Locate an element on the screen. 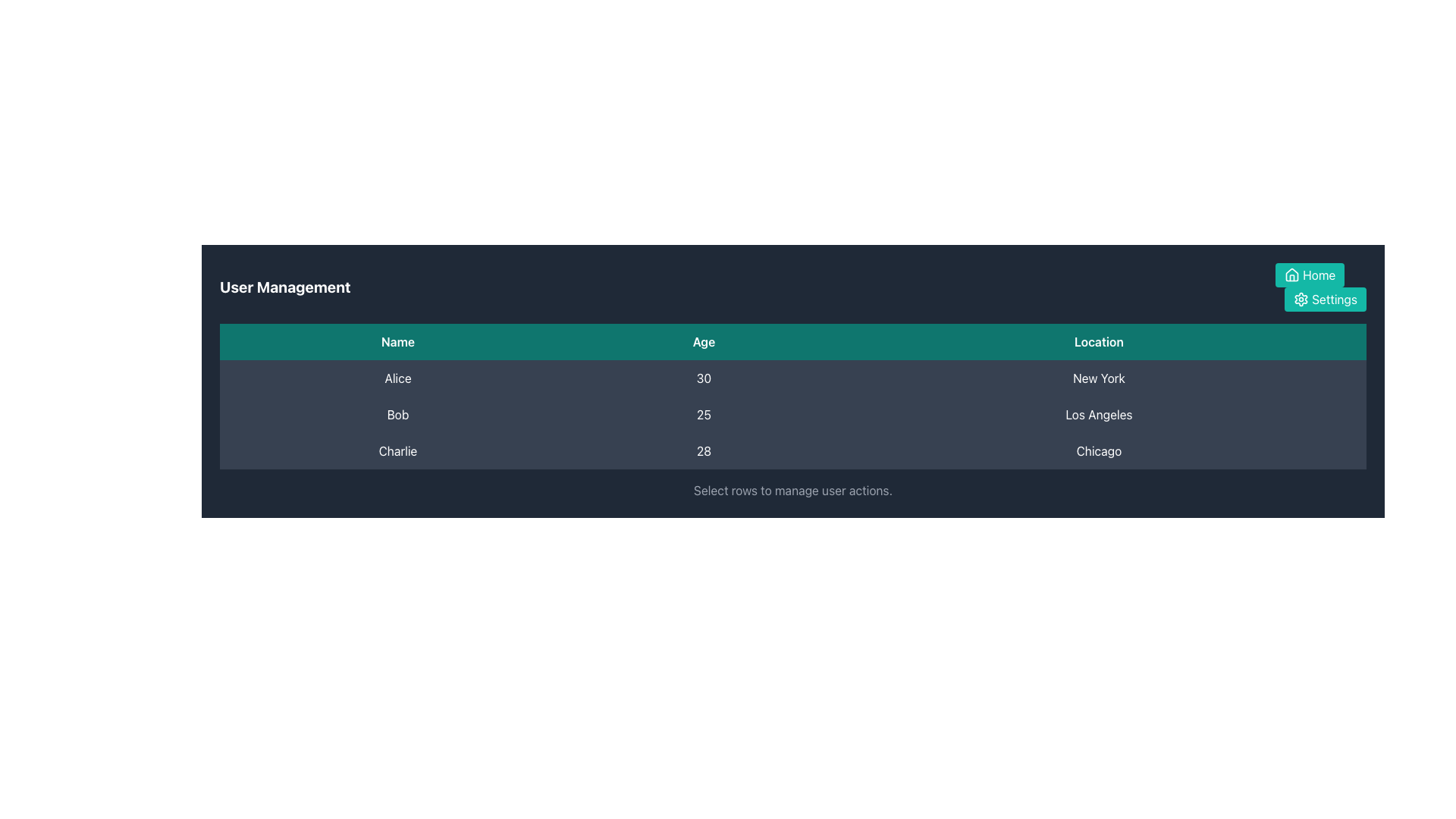  the gear icon within the 'Settings' button is located at coordinates (1301, 299).